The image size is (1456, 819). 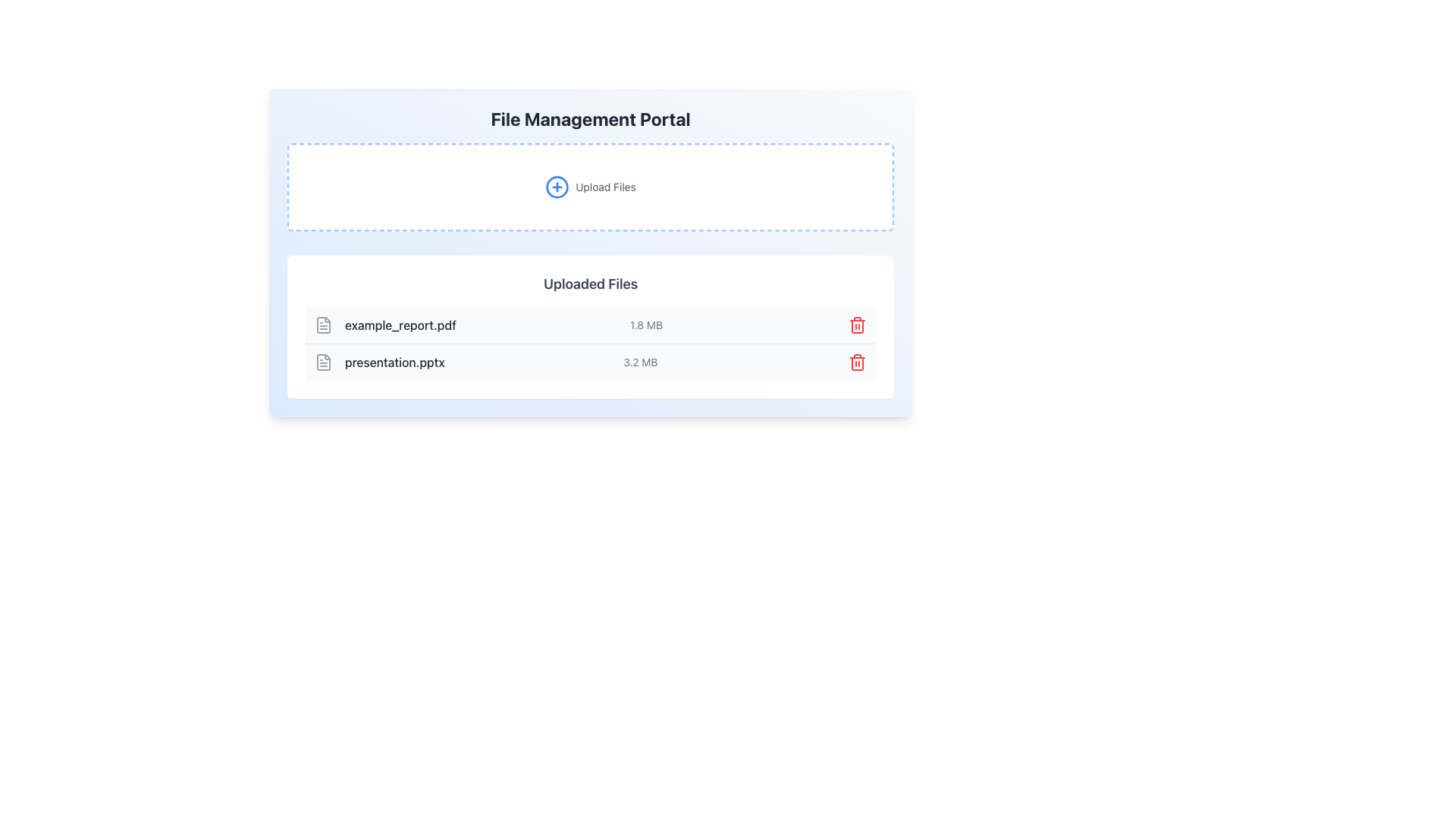 I want to click on the small gray file icon representing the file type preceding the file name 'presentation.pptx' in the uploaded files list, so click(x=323, y=362).